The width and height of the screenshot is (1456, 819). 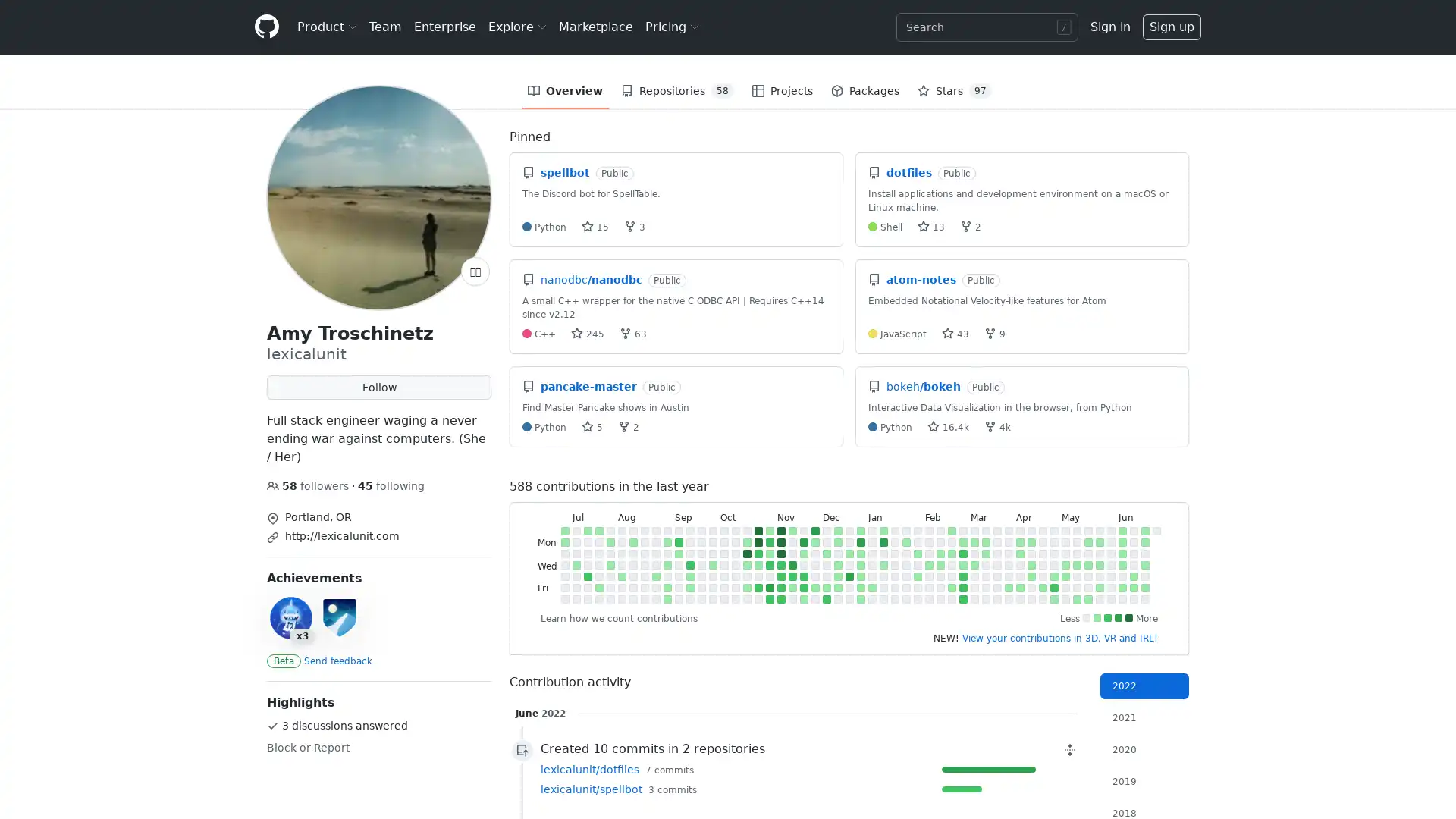 I want to click on Block or Report, so click(x=307, y=747).